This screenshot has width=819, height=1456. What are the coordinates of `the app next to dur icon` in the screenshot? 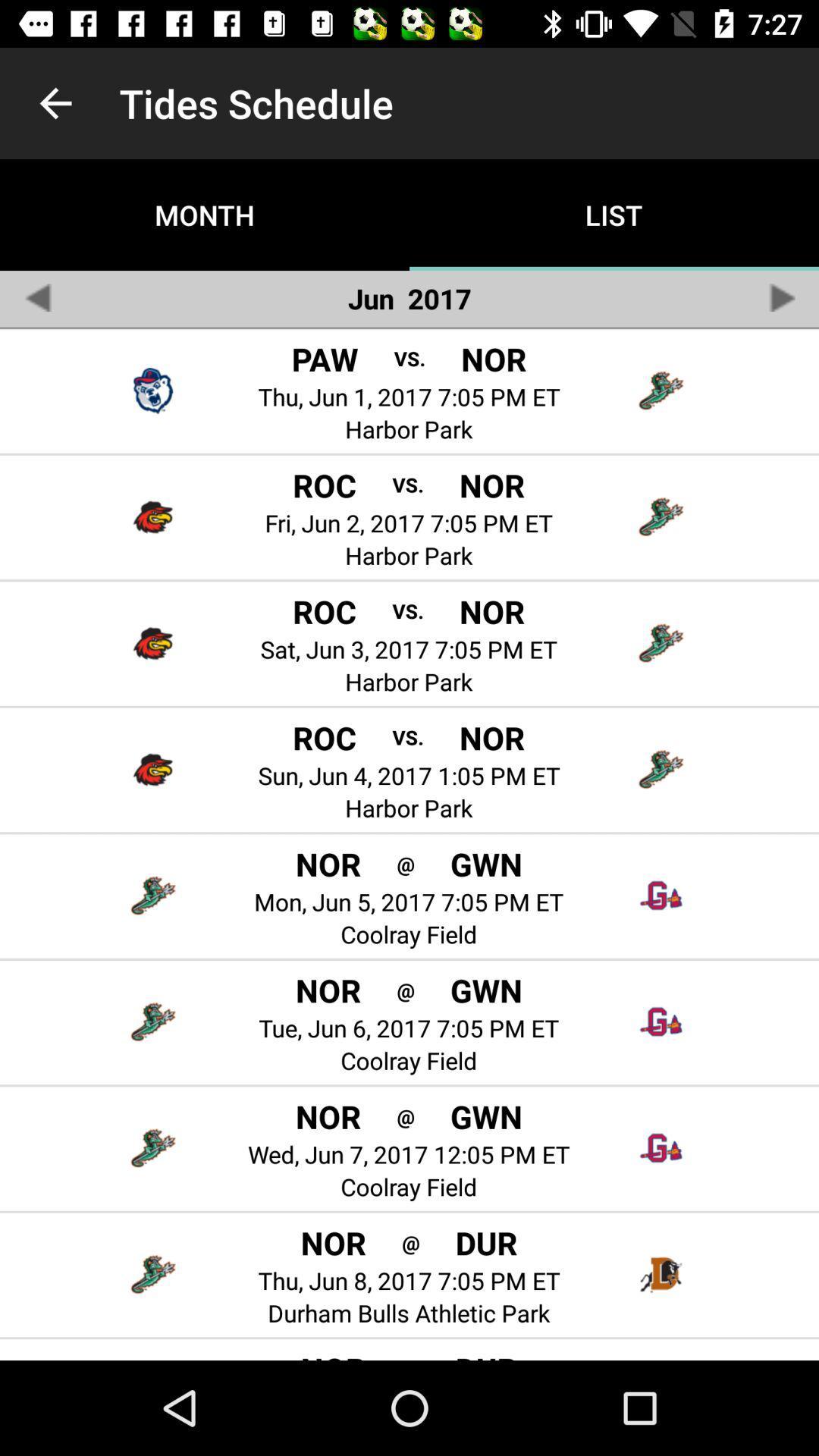 It's located at (410, 1357).